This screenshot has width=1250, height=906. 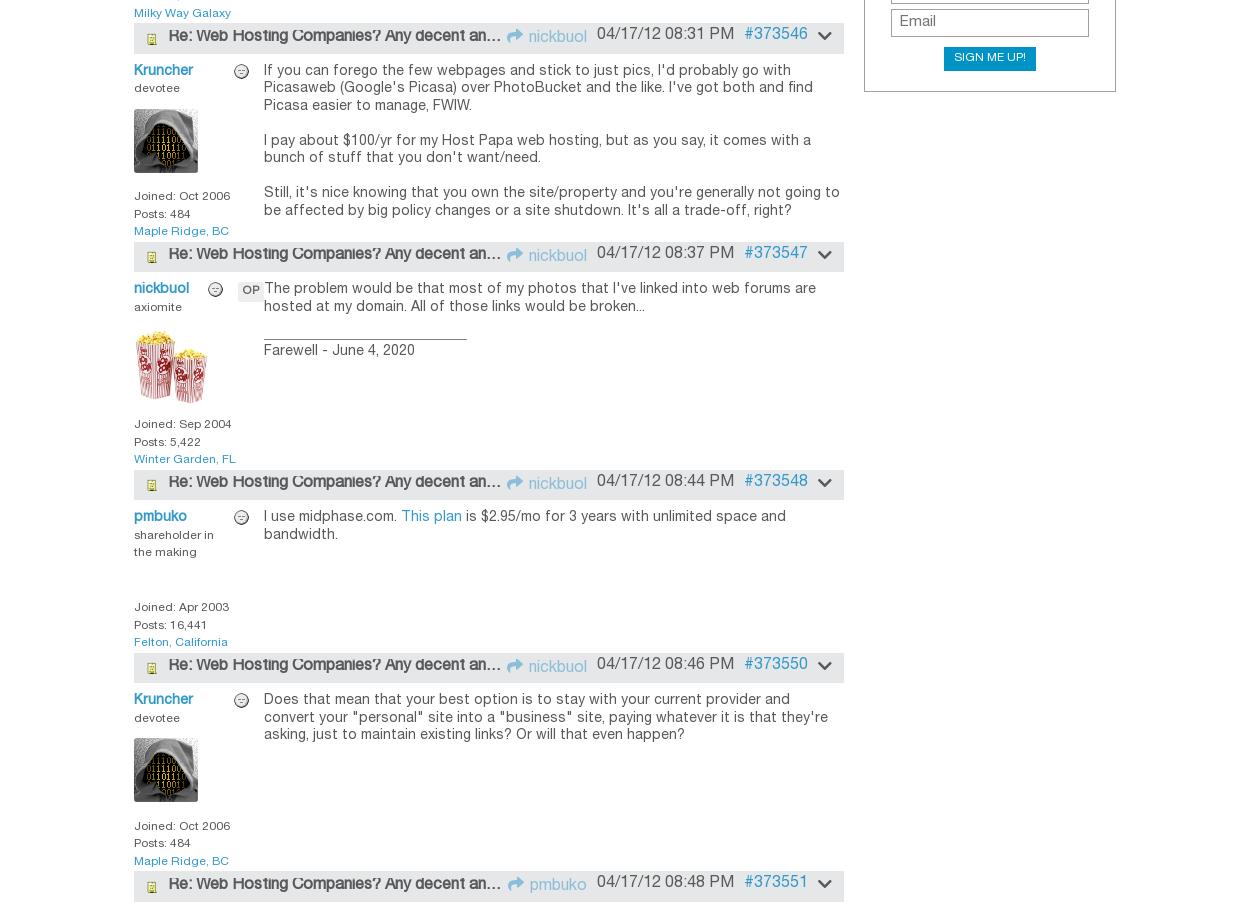 I want to click on 'shareholder in the making', so click(x=174, y=543).